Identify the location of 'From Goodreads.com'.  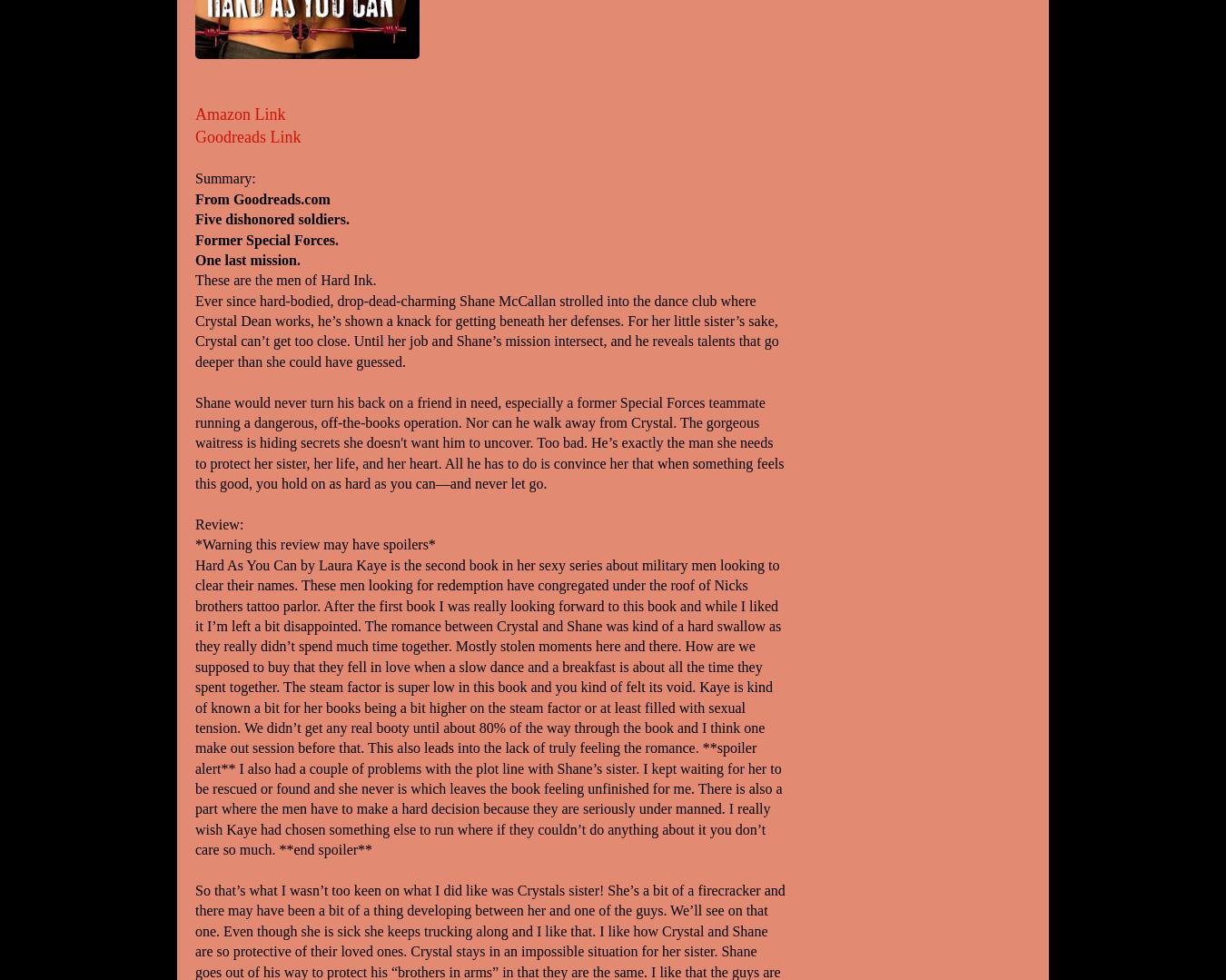
(195, 197).